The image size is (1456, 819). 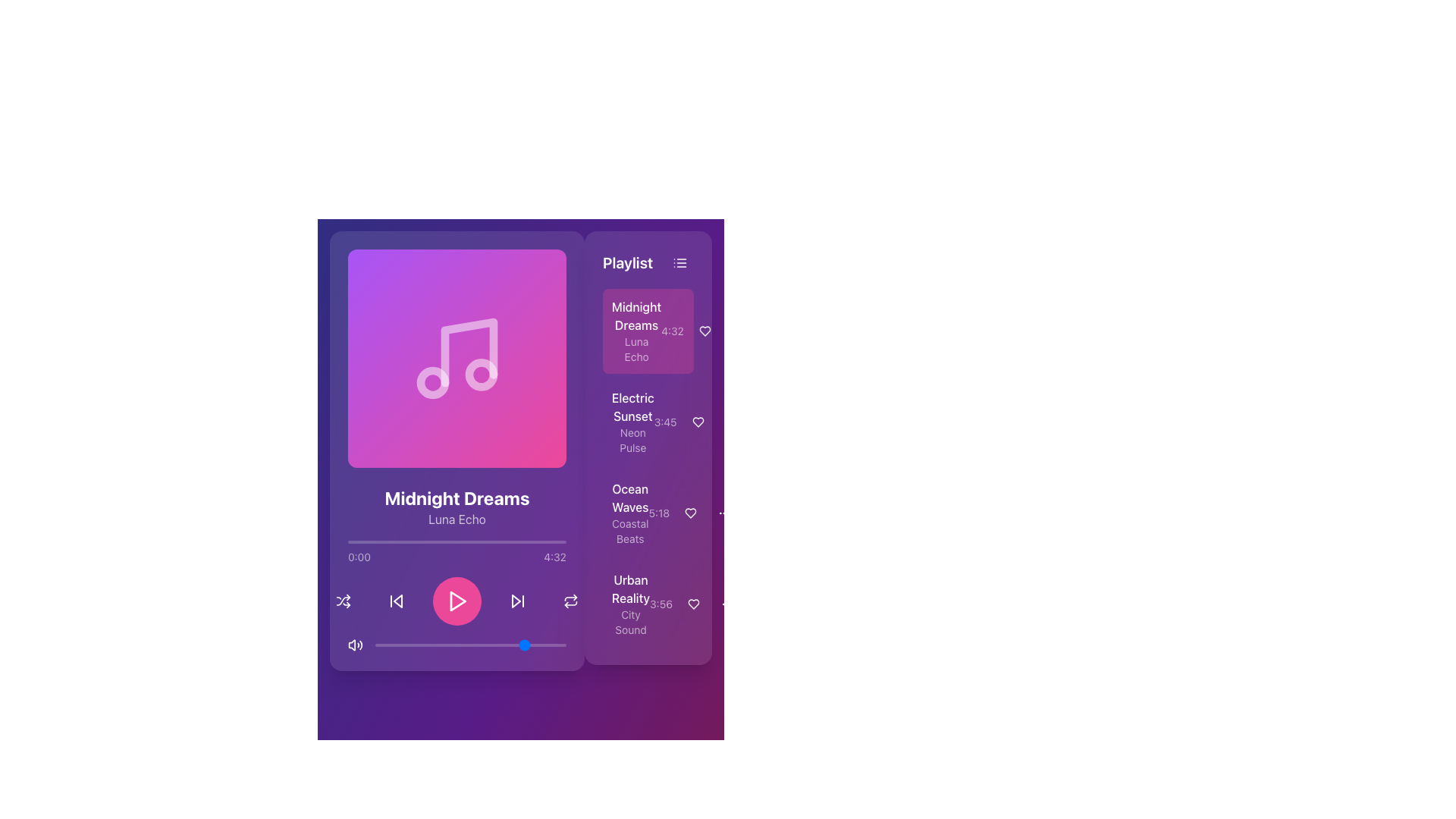 I want to click on the label that identifies the song or playlist entry located in the playlist section, specifically the fourth item in the list below 'Ocean Waves', so click(x=630, y=604).